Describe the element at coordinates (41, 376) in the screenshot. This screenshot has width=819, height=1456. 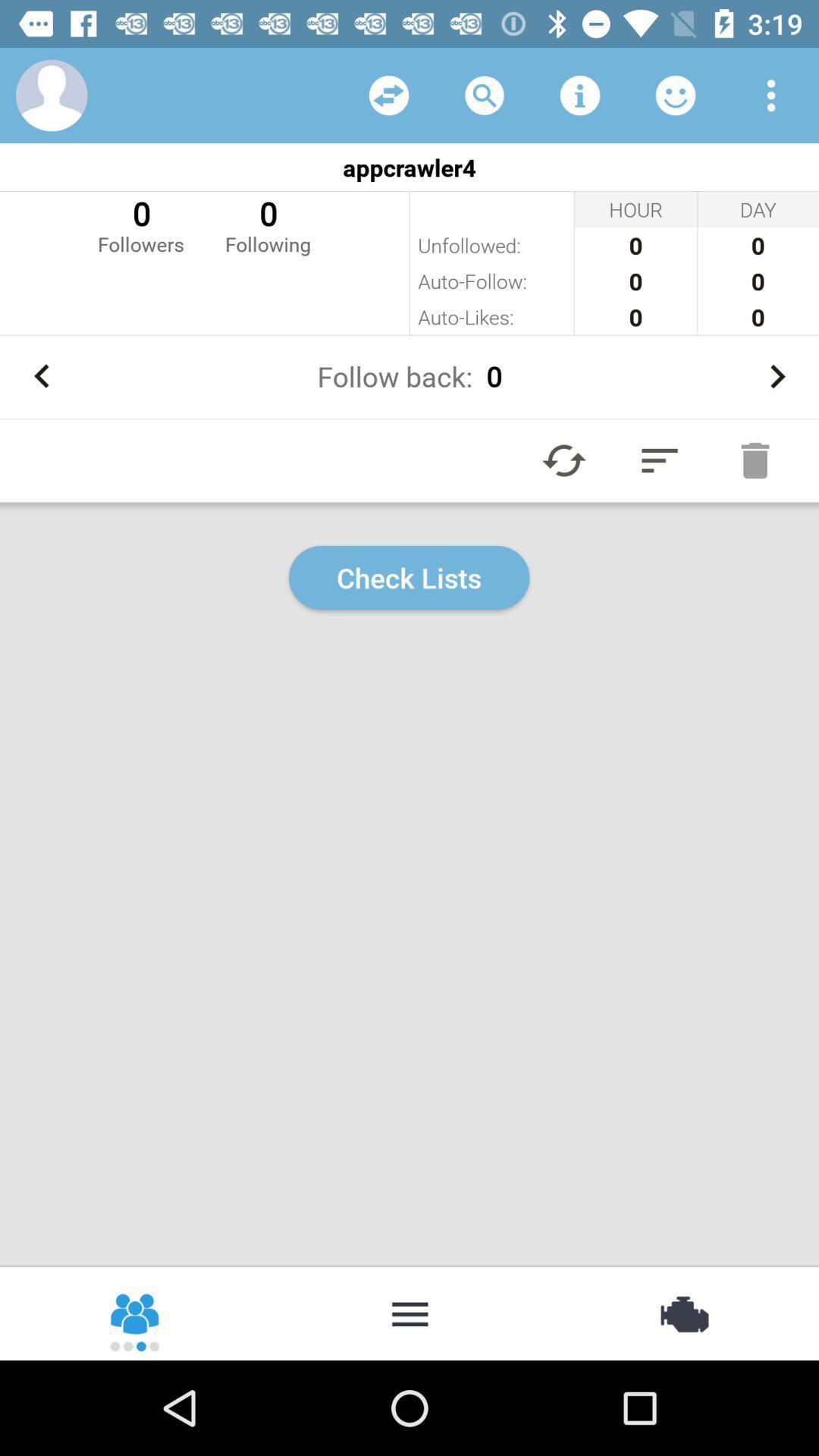
I see `go back` at that location.